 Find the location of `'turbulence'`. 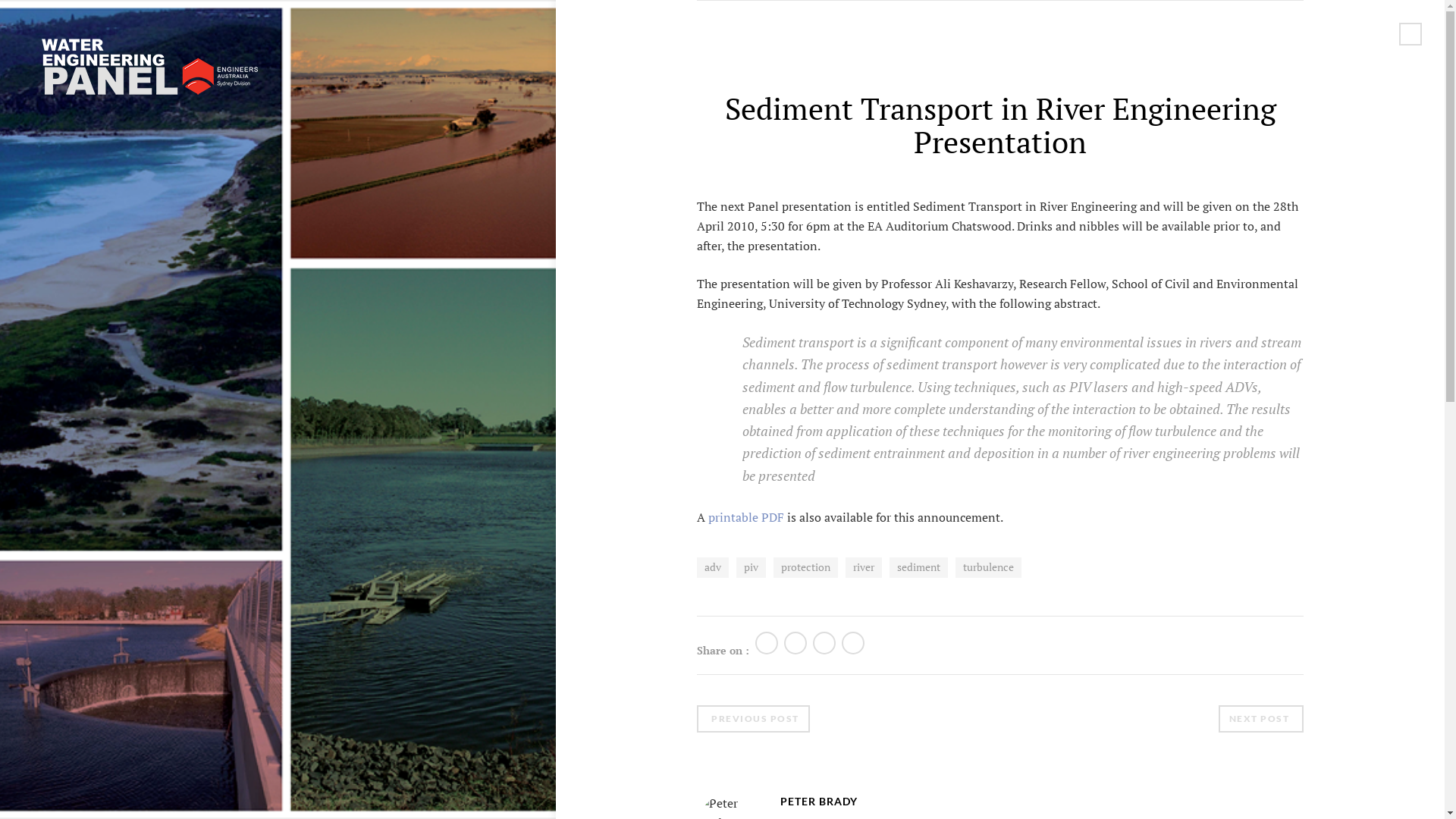

'turbulence' is located at coordinates (988, 567).